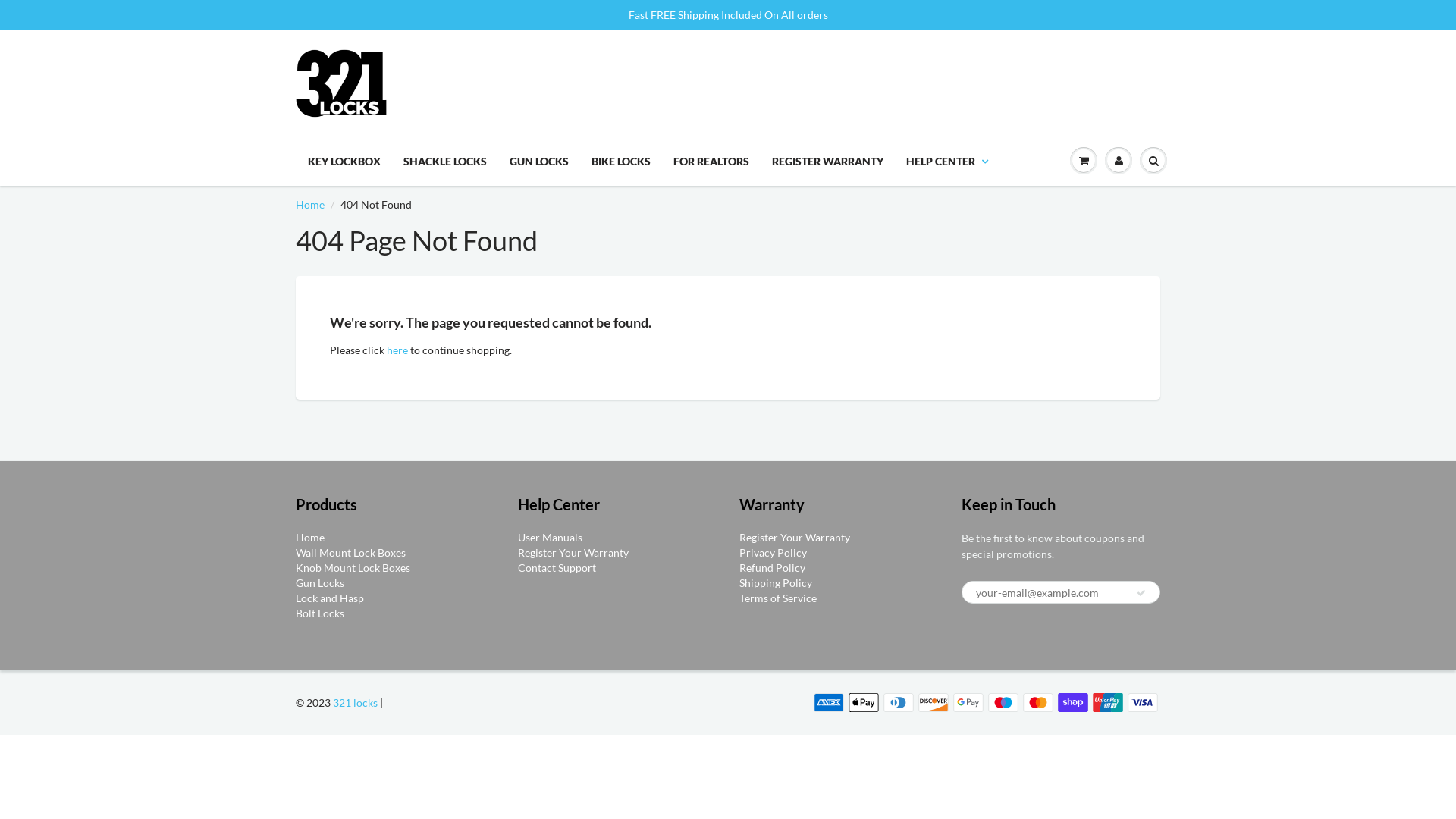  What do you see at coordinates (350, 552) in the screenshot?
I see `'Wall Mount Lock Boxes'` at bounding box center [350, 552].